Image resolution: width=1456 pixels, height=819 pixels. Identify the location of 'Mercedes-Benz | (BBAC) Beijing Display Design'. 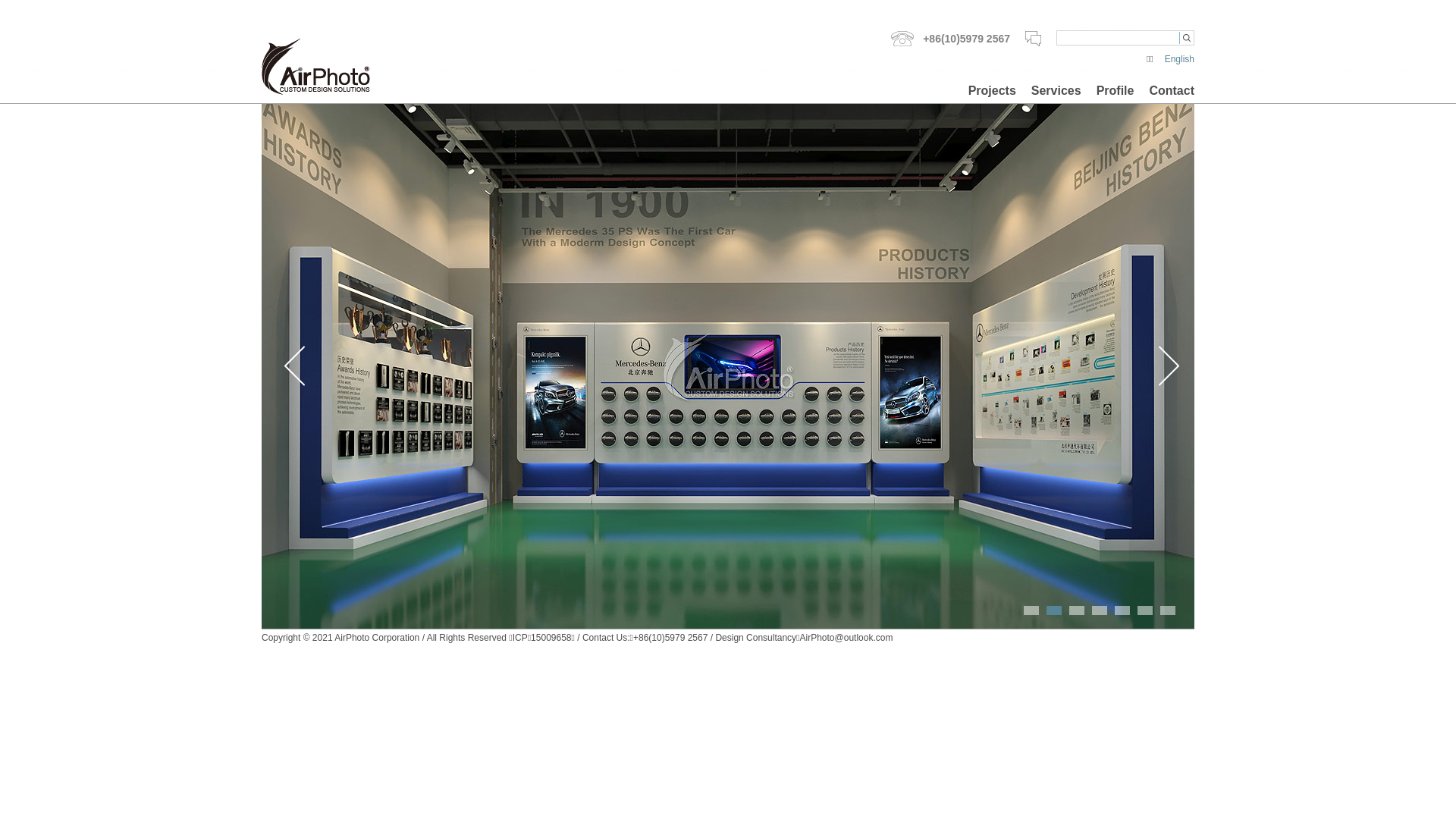
(728, 366).